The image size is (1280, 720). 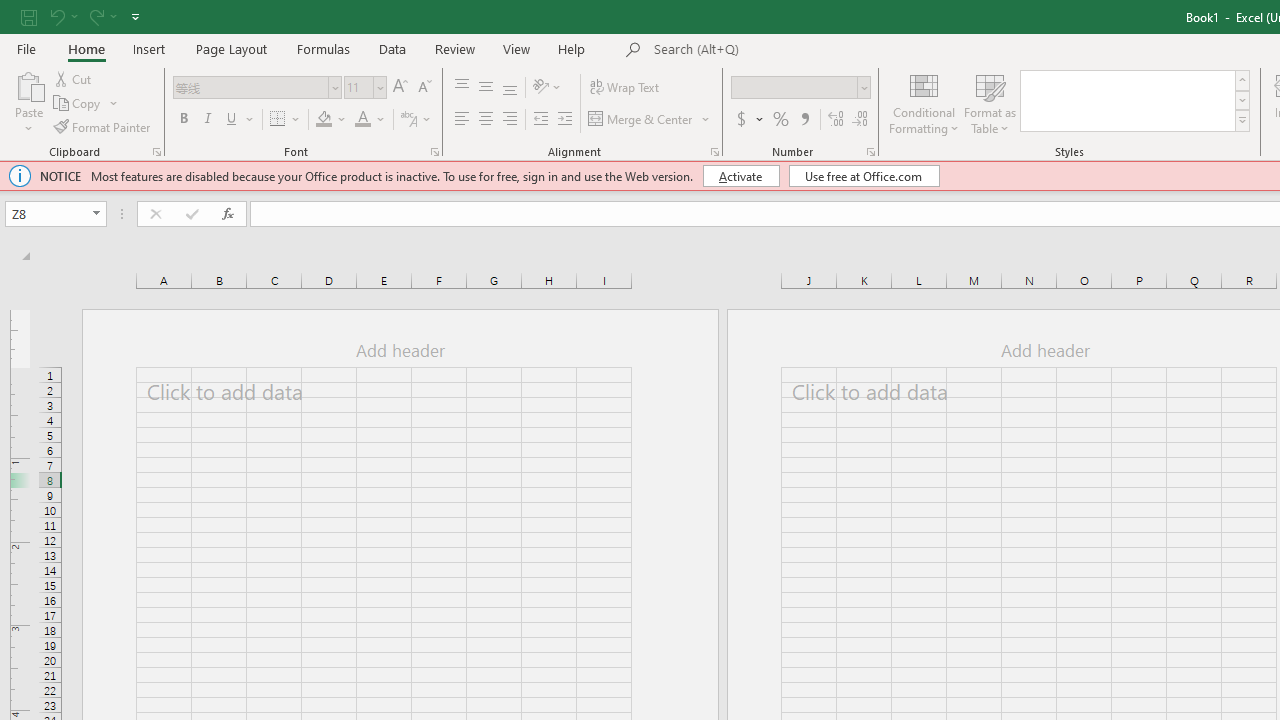 I want to click on 'Font Color', so click(x=370, y=119).